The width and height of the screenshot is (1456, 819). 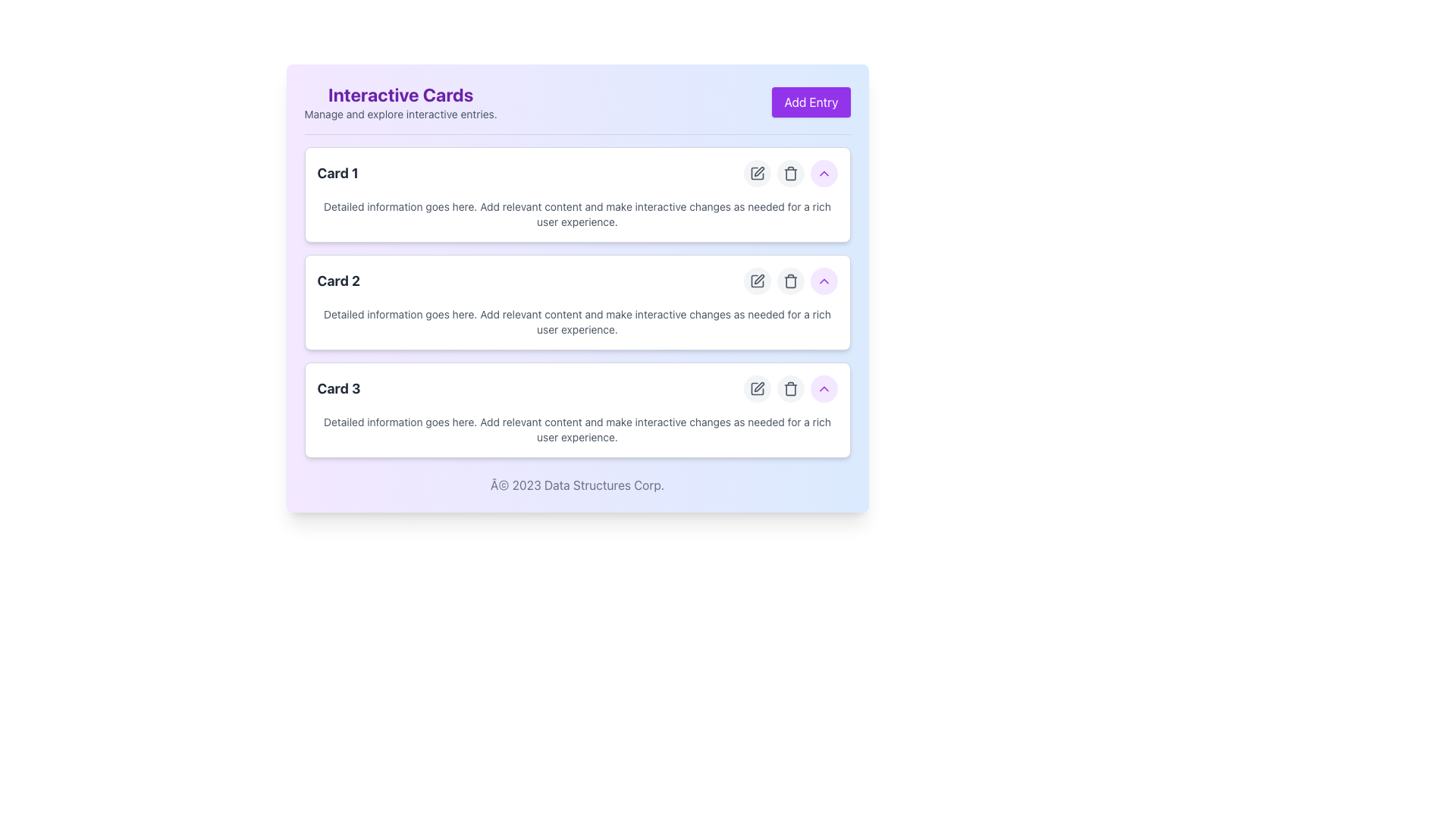 What do you see at coordinates (400, 102) in the screenshot?
I see `information displayed in the Text Block titled 'Interactive Cards' which contains a description saying 'Manage and explore interactive entries.'` at bounding box center [400, 102].